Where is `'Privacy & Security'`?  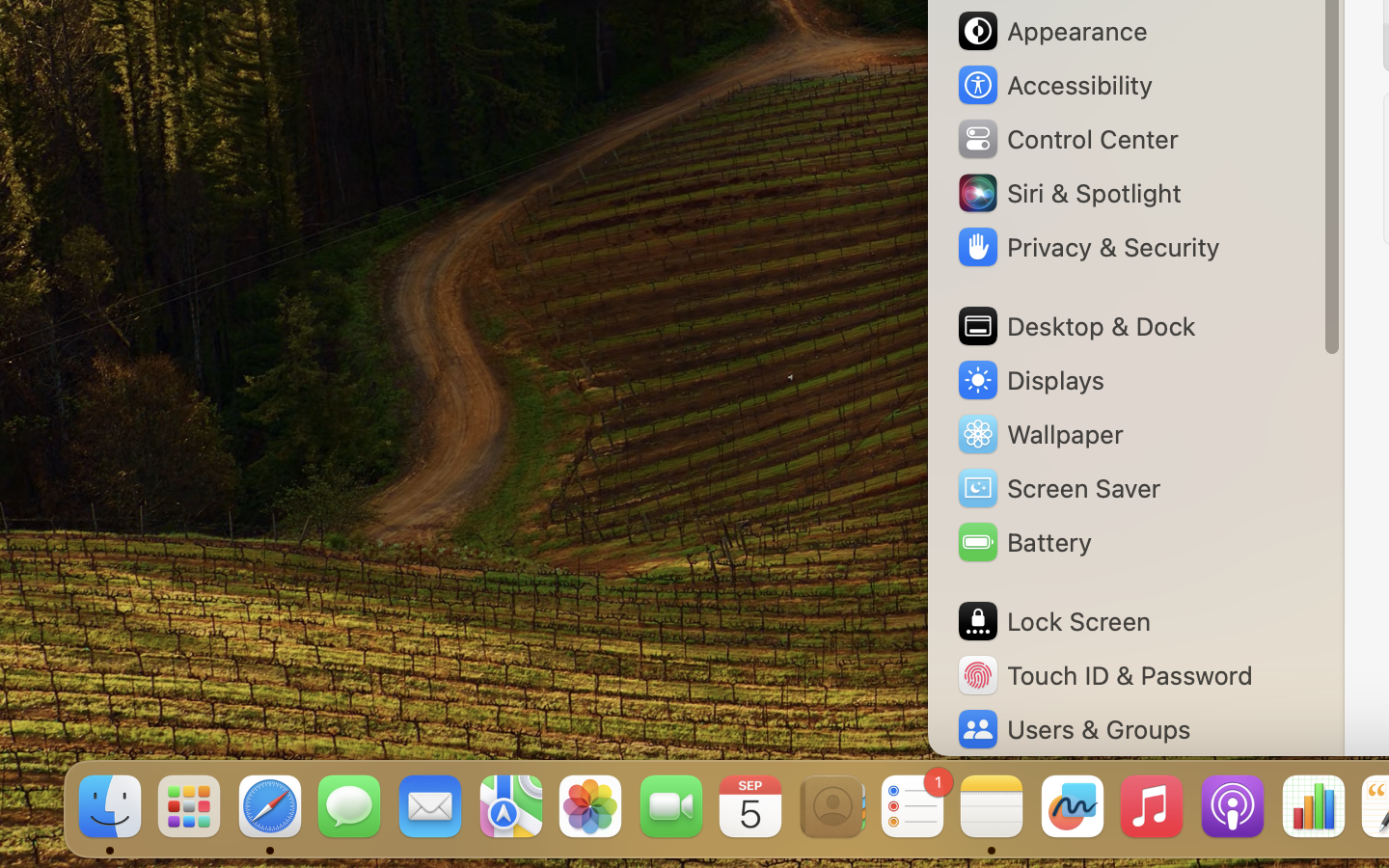 'Privacy & Security' is located at coordinates (1085, 245).